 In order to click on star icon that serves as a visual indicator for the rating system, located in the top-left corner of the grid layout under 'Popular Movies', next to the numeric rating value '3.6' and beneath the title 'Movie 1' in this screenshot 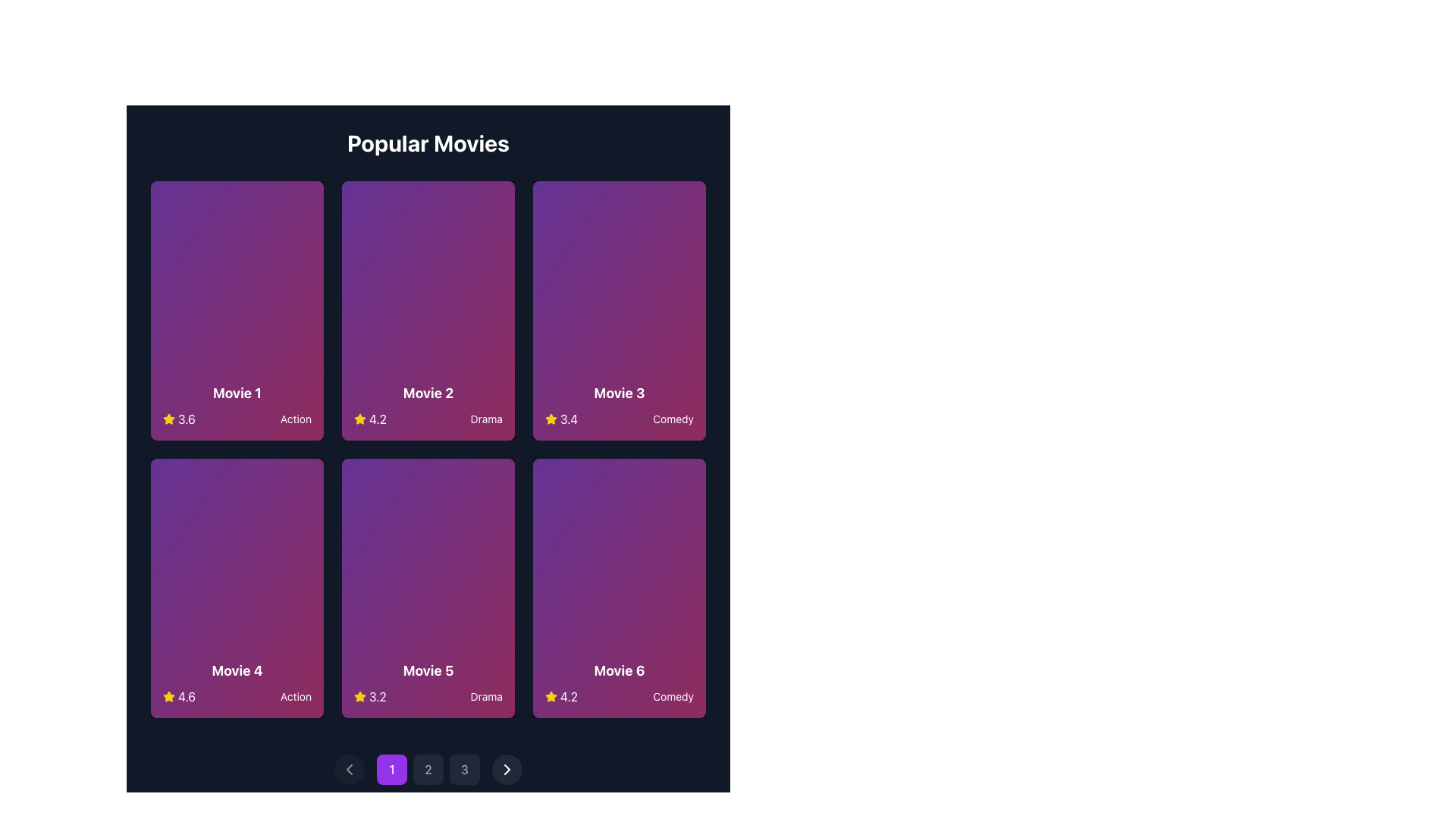, I will do `click(168, 419)`.